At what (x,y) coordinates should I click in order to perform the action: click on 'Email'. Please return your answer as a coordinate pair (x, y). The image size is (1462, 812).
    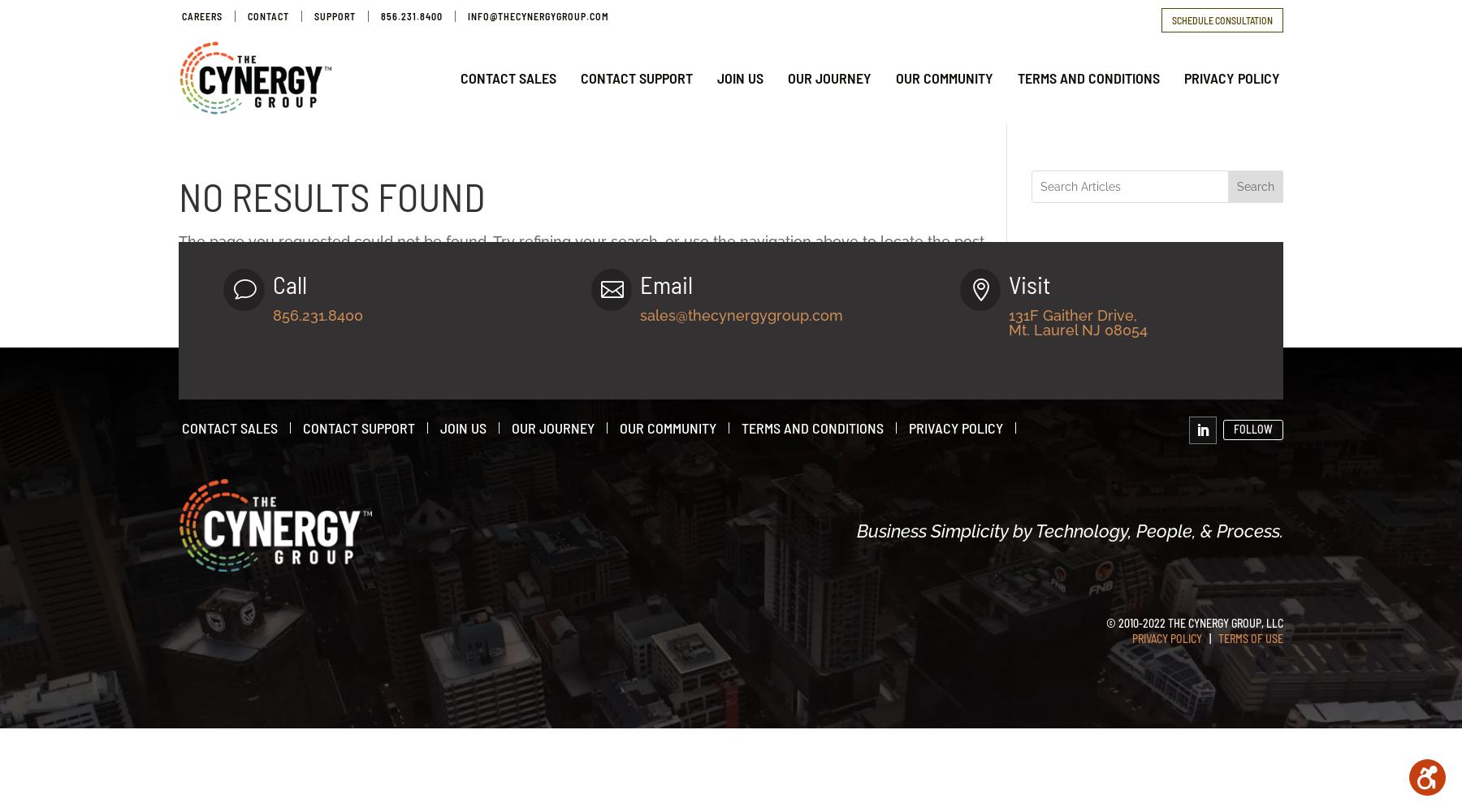
    Looking at the image, I should click on (666, 283).